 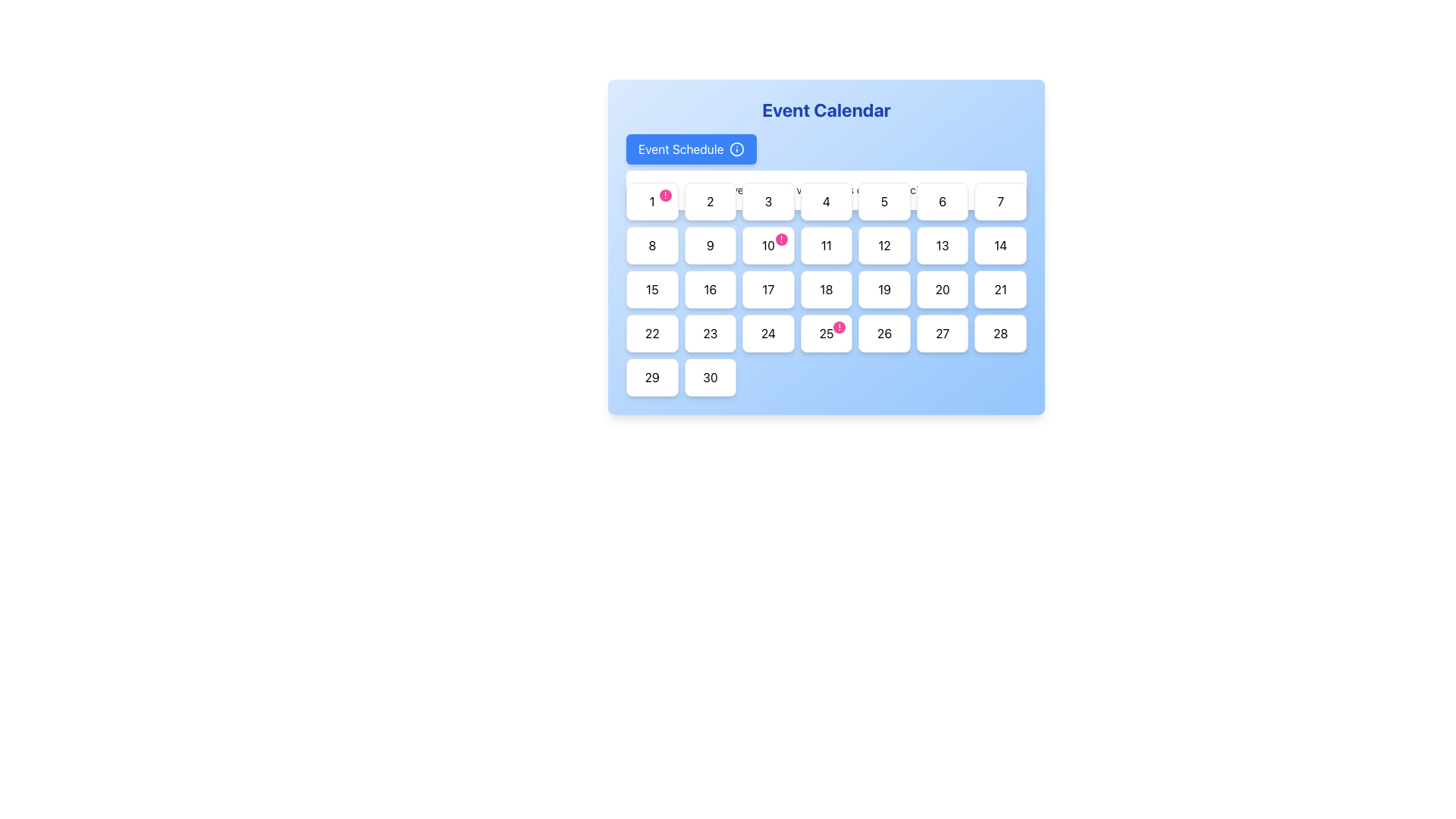 What do you see at coordinates (781, 239) in the screenshot?
I see `the Notification Badge located at the top-right corner of the box numbered '10' in the calendar interface to indicate an important event` at bounding box center [781, 239].